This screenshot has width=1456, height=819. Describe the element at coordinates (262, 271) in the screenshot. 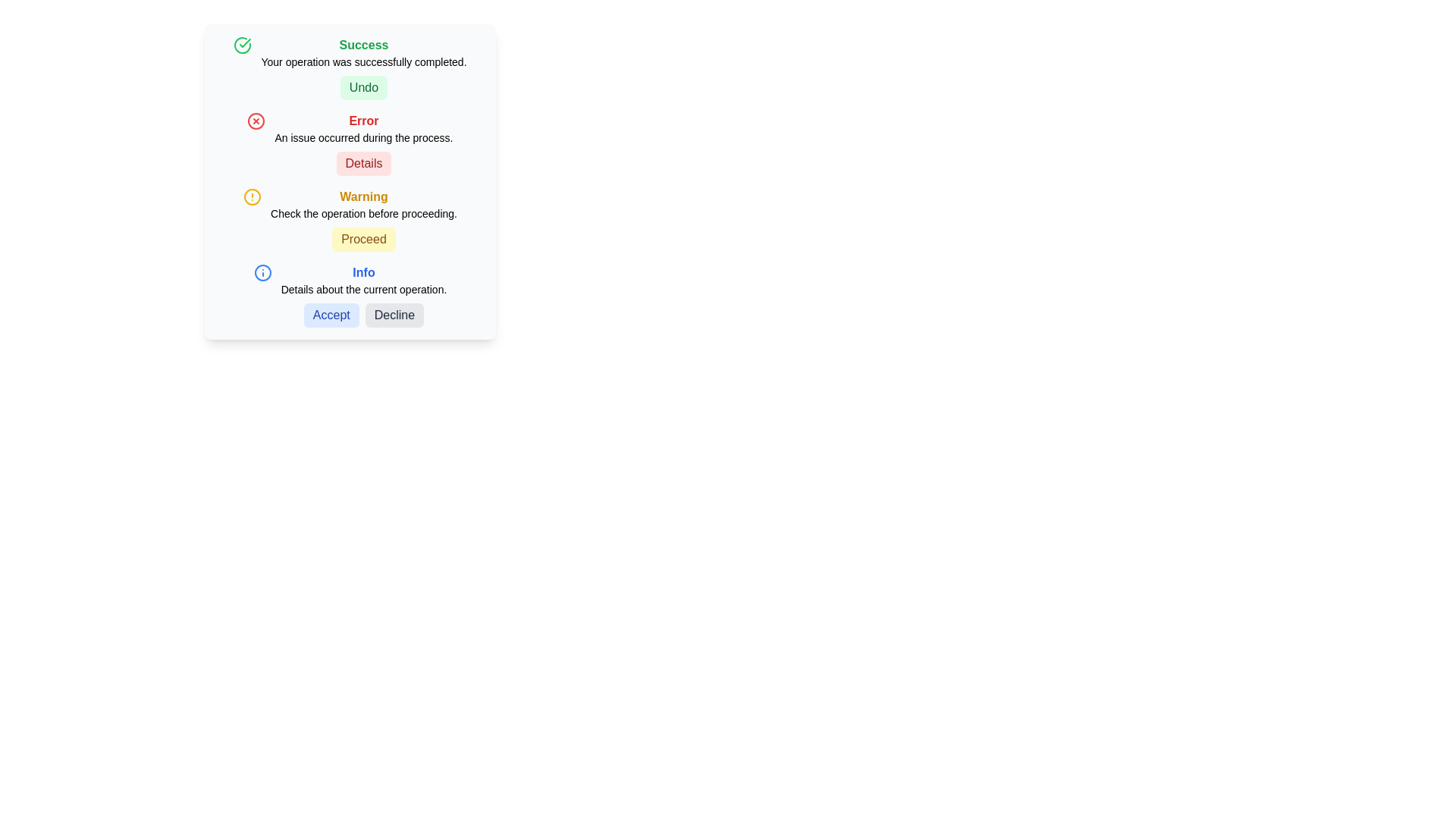

I see `the blue circular outline that is part of the informational icon located at the bottom of the panel` at that location.